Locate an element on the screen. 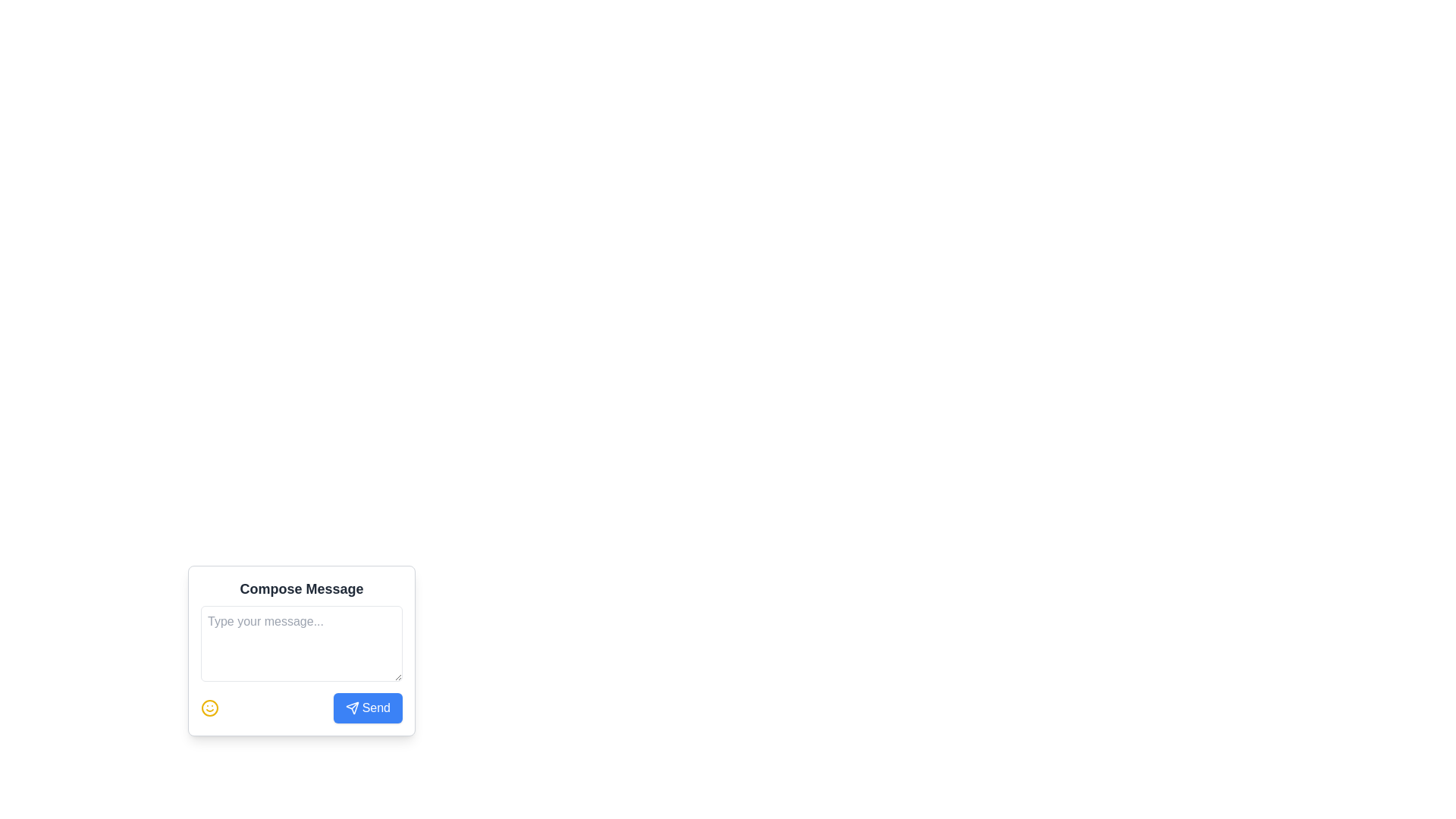 The height and width of the screenshot is (819, 1456). the blue 'Send' button located in the bottom-right corner of the message composition area to send a message is located at coordinates (368, 708).